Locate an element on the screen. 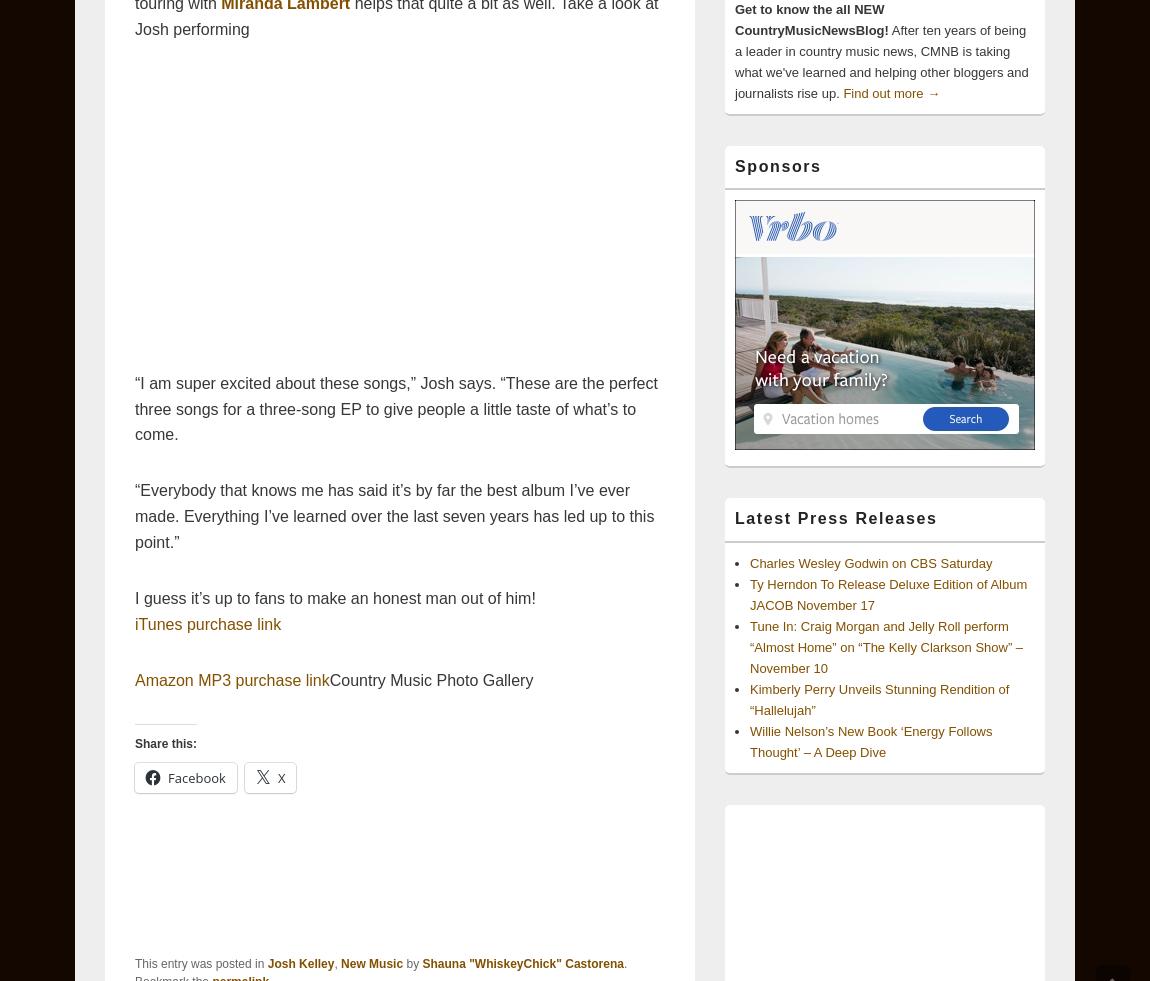 This screenshot has height=981, width=1150. 'Get to know the all NEW CountryMusicNewsBlog!' is located at coordinates (810, 18).